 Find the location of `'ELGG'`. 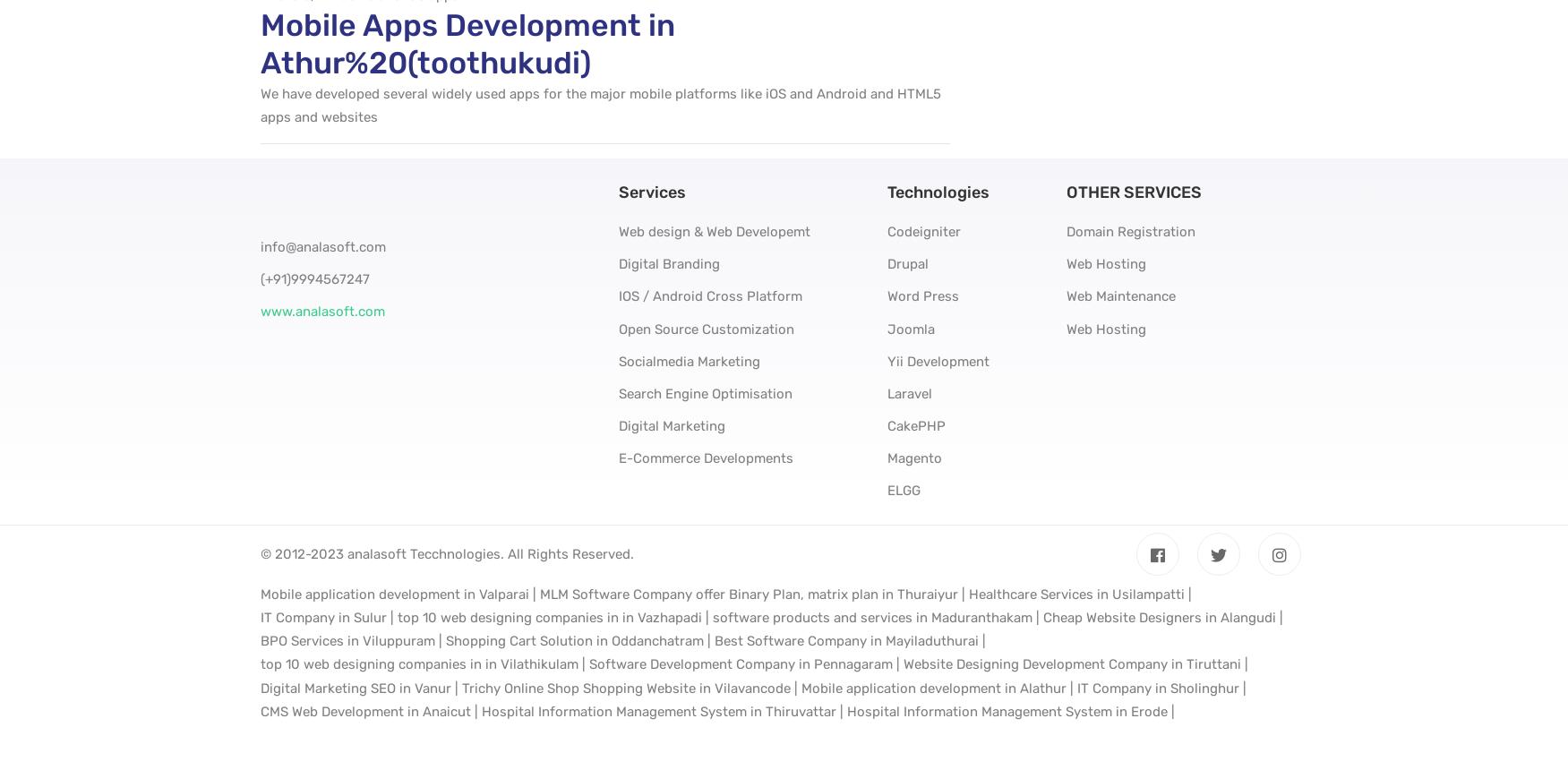

'ELGG' is located at coordinates (903, 490).